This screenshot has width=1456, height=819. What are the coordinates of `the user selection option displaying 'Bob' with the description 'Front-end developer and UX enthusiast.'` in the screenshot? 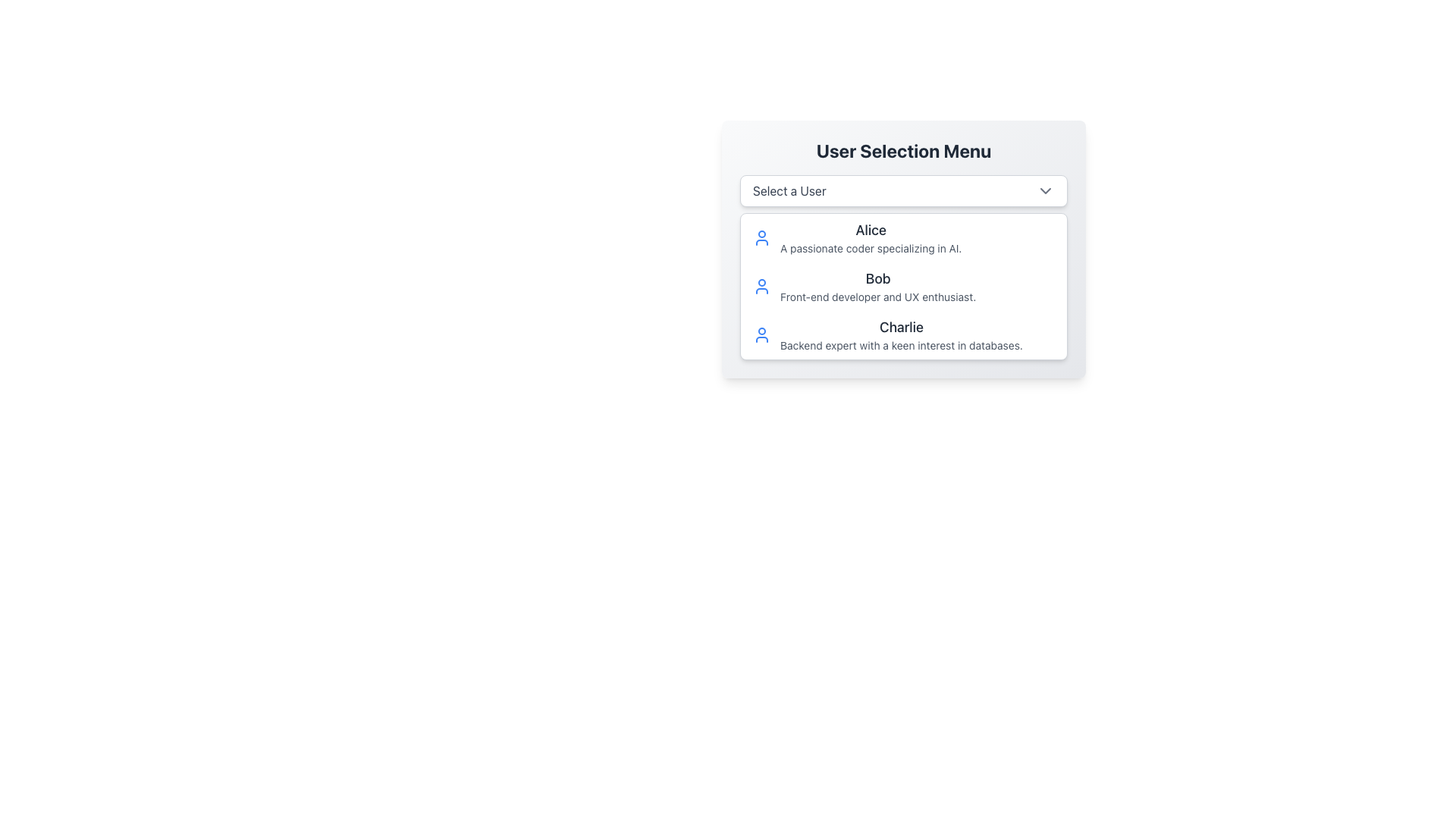 It's located at (878, 287).